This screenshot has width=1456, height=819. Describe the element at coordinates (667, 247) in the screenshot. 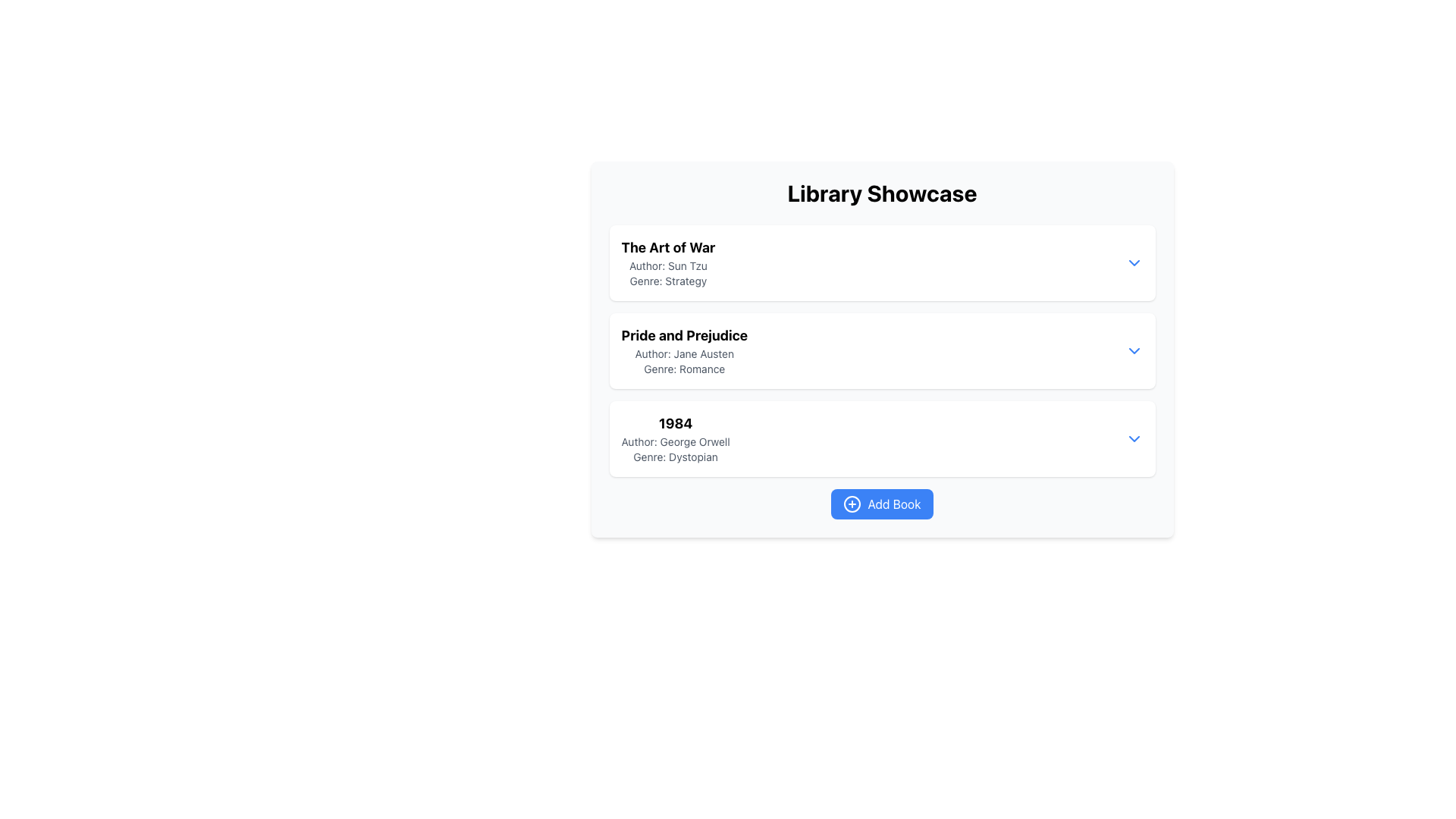

I see `the title text element 'The Art of War', which is a bold, large-sized header for the book details, positioned above the author and genre information` at that location.